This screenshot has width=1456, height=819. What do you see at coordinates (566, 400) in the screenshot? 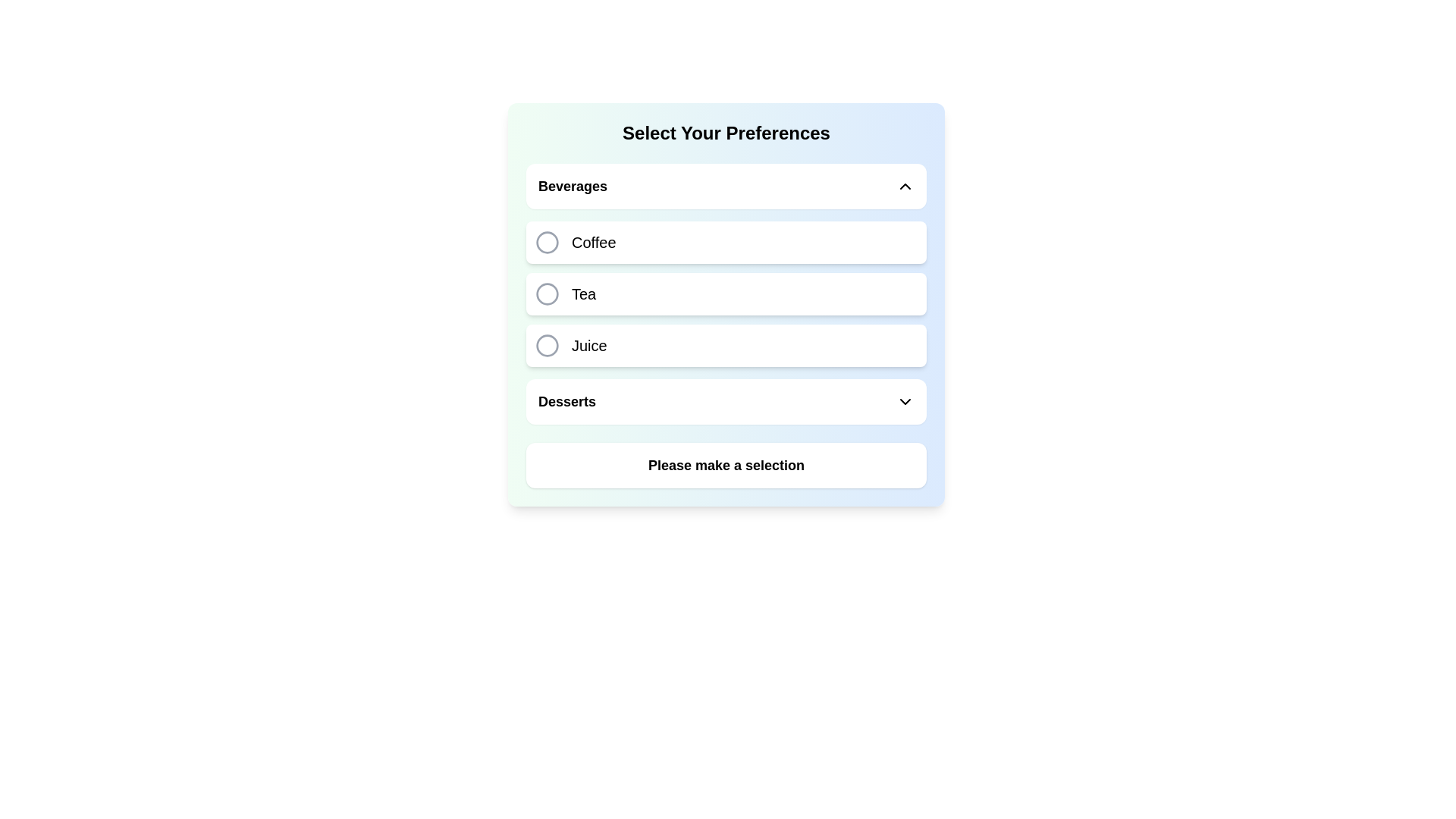
I see `the Text Label indicating the desserts category in the preference form, located in the fourth section of the vertical list of options` at bounding box center [566, 400].